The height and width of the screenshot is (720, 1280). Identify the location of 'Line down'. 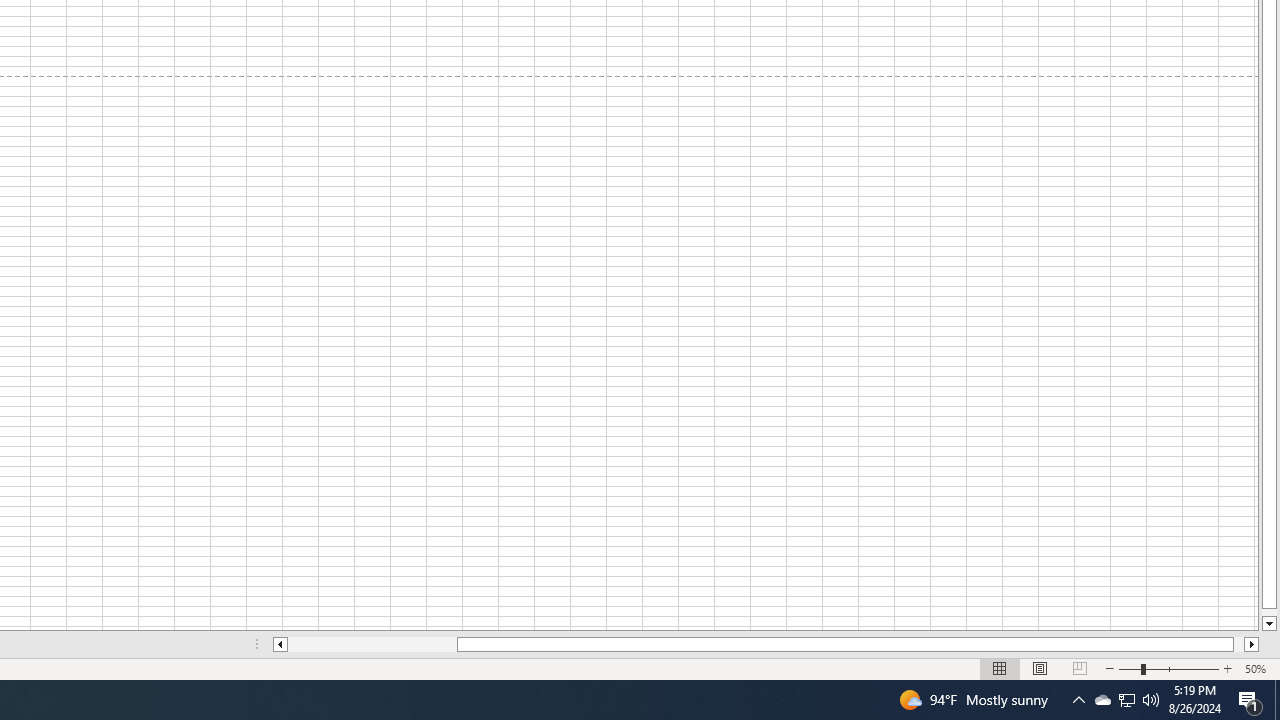
(1268, 623).